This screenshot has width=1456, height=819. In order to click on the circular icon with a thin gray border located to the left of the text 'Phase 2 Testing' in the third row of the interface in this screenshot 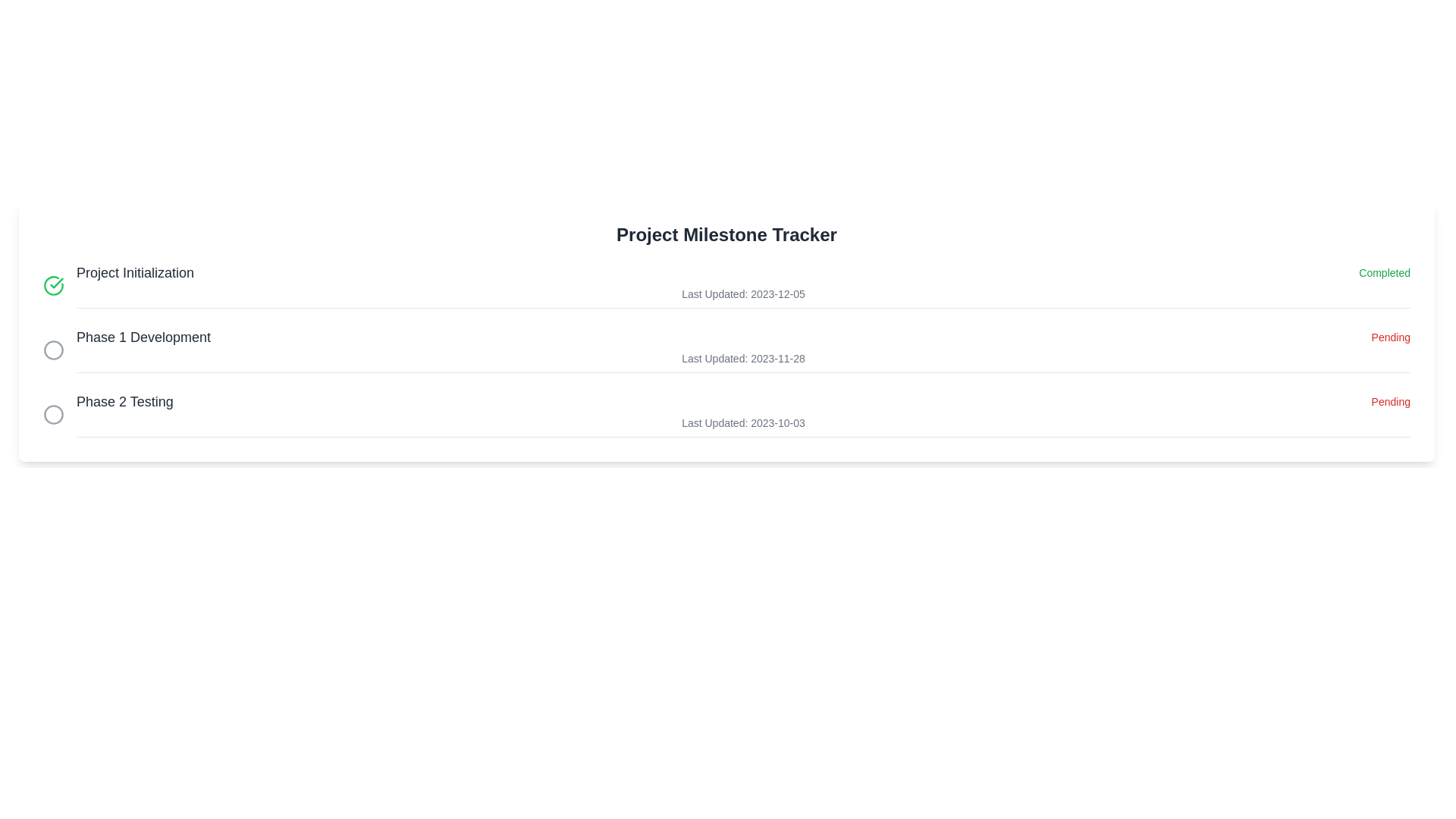, I will do `click(54, 414)`.